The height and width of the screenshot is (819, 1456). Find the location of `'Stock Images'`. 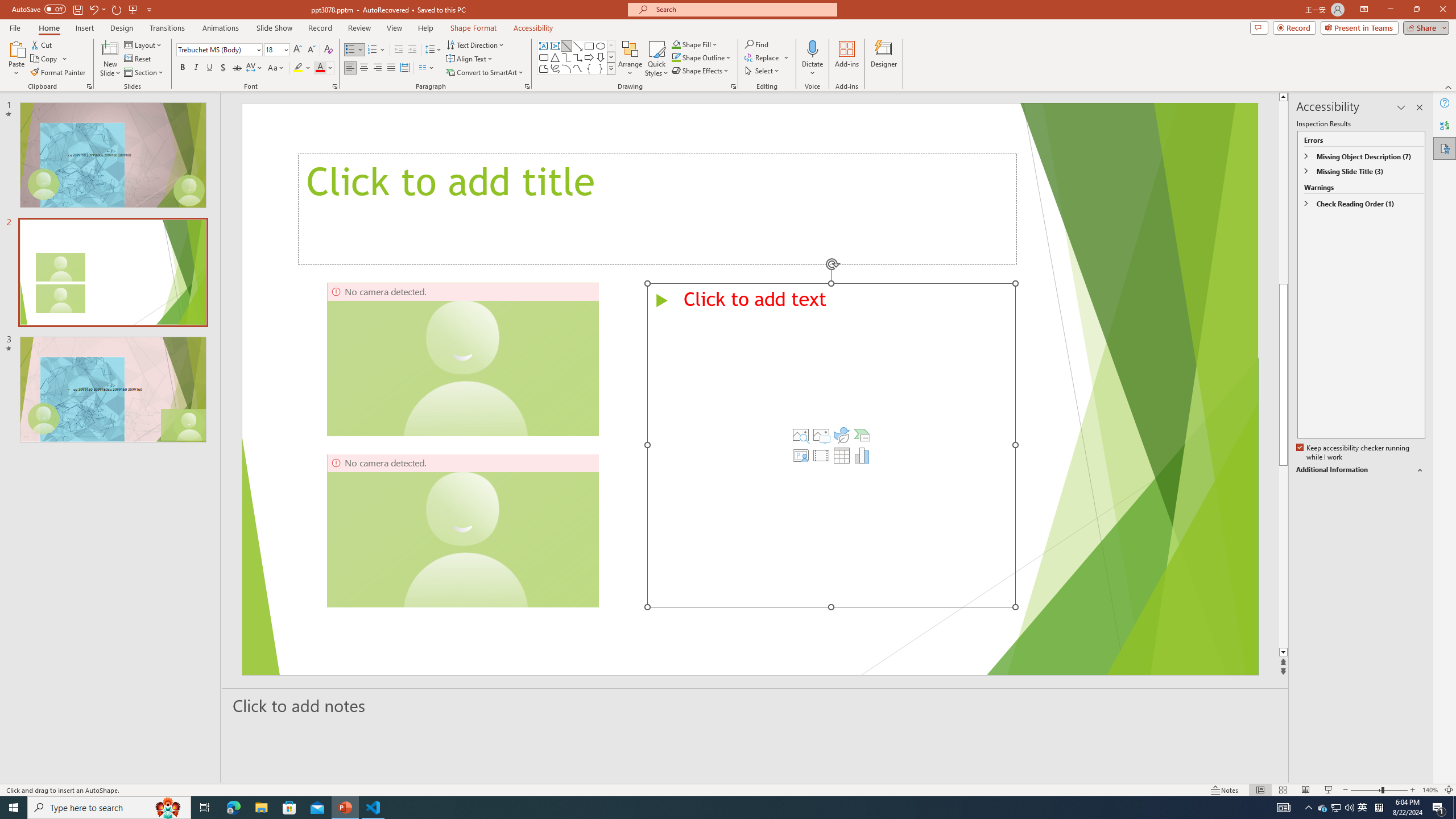

'Stock Images' is located at coordinates (800, 434).